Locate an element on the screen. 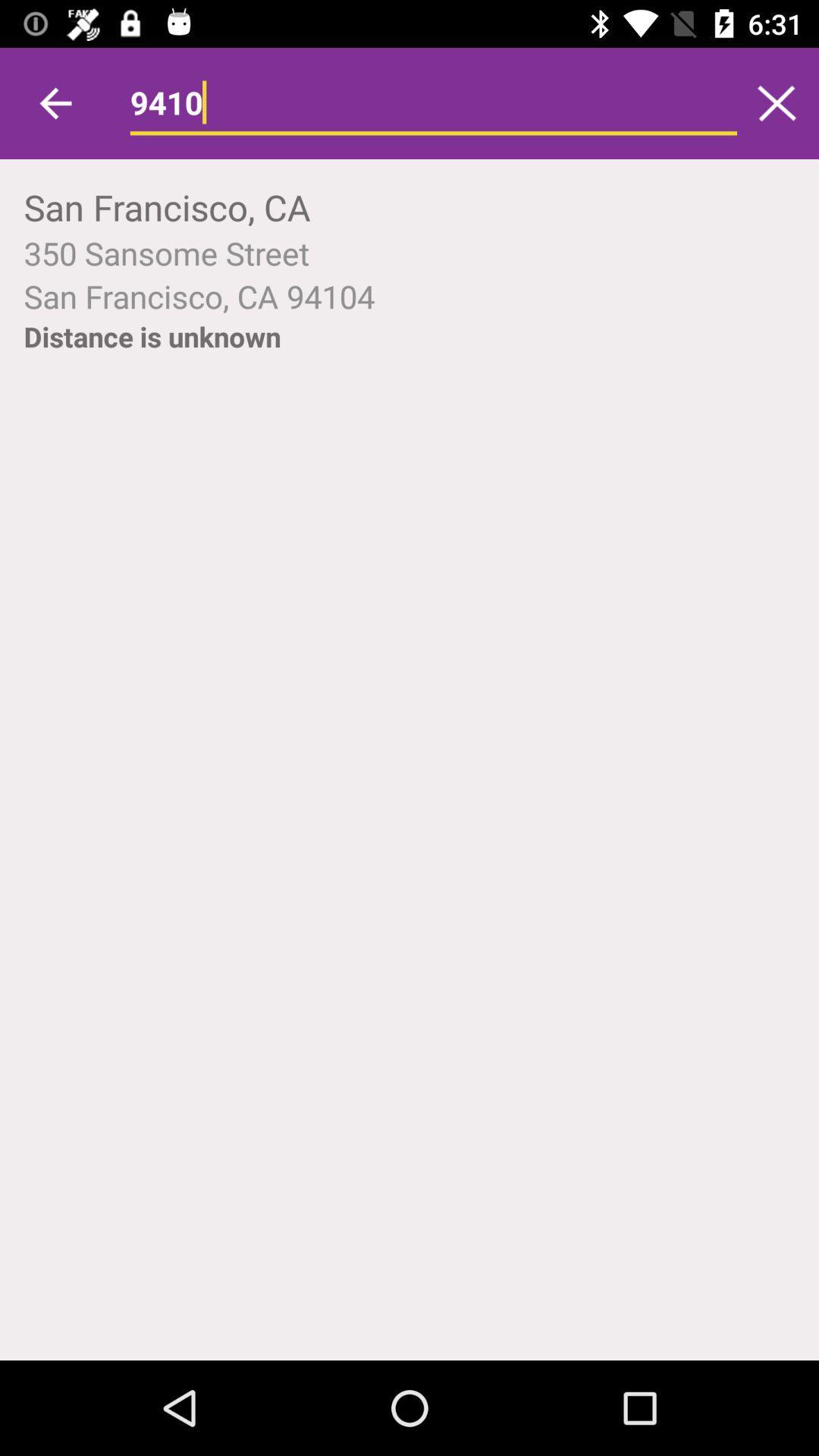  delete entered text is located at coordinates (777, 102).